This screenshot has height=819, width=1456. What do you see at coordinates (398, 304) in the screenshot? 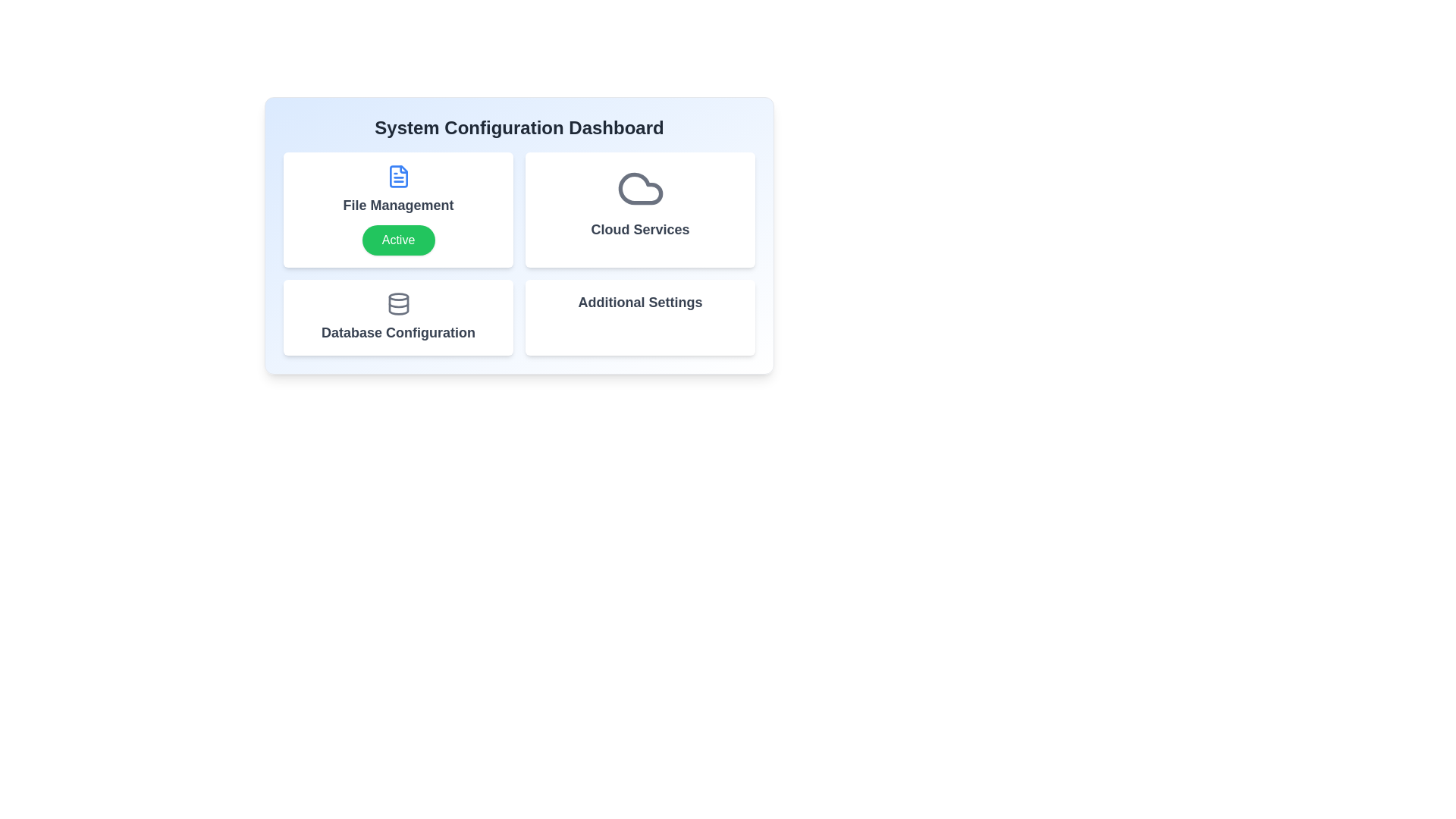
I see `the database icon, which is a cylindrical shape segmented into three layers, located at the top-center of the 'Database Configuration' card` at bounding box center [398, 304].